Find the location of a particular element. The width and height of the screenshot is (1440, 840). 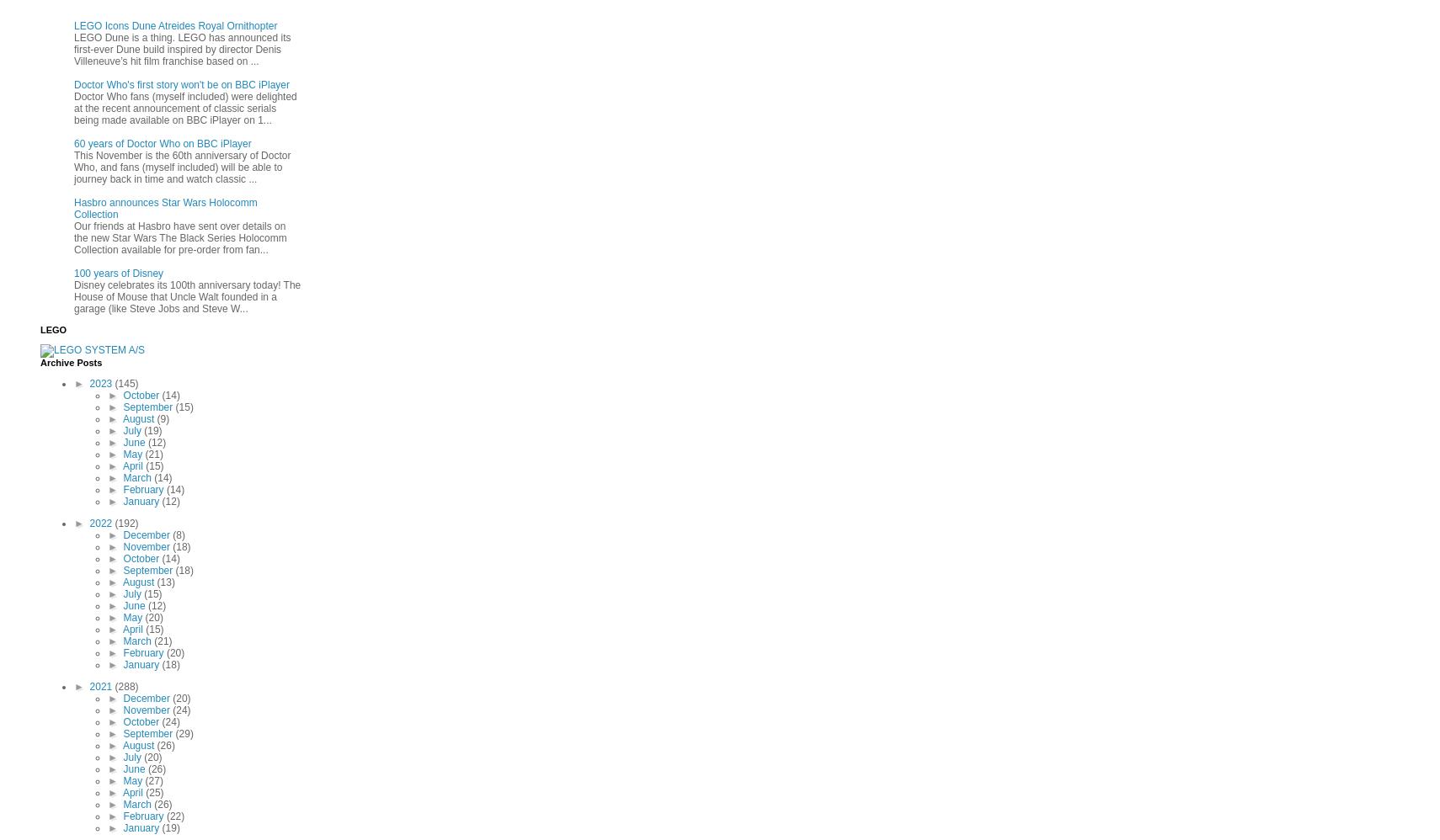

'Disney celebrates its 100th anniversary today!      The House of Mouse that Uncle Walt founded in a garage (like Steve Jobs and Steve W...' is located at coordinates (186, 295).